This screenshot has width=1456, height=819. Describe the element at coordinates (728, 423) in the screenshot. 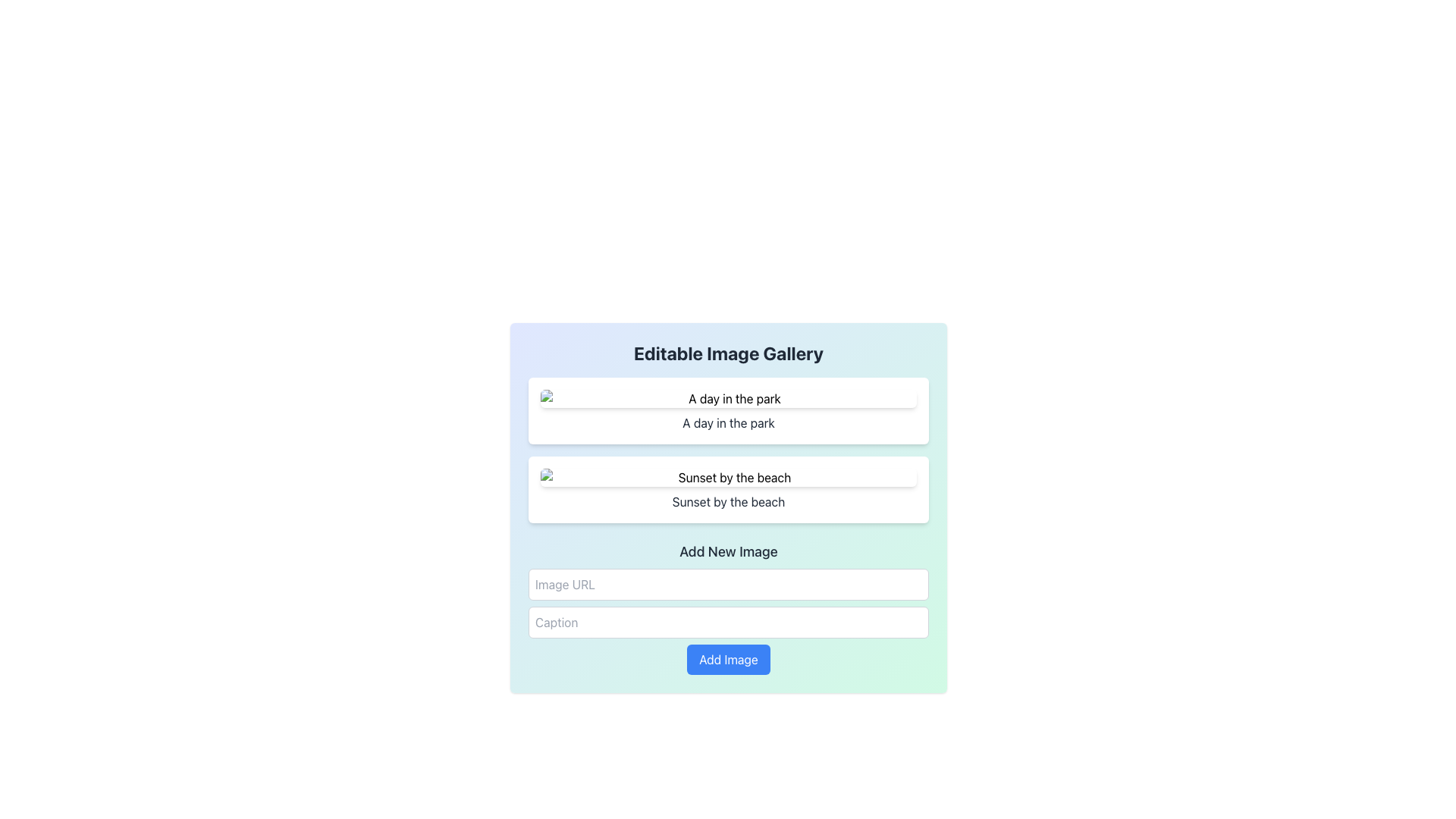

I see `the static text label that states 'A day in the park', which is rendered in dark gray color and located below its corresponding image` at that location.